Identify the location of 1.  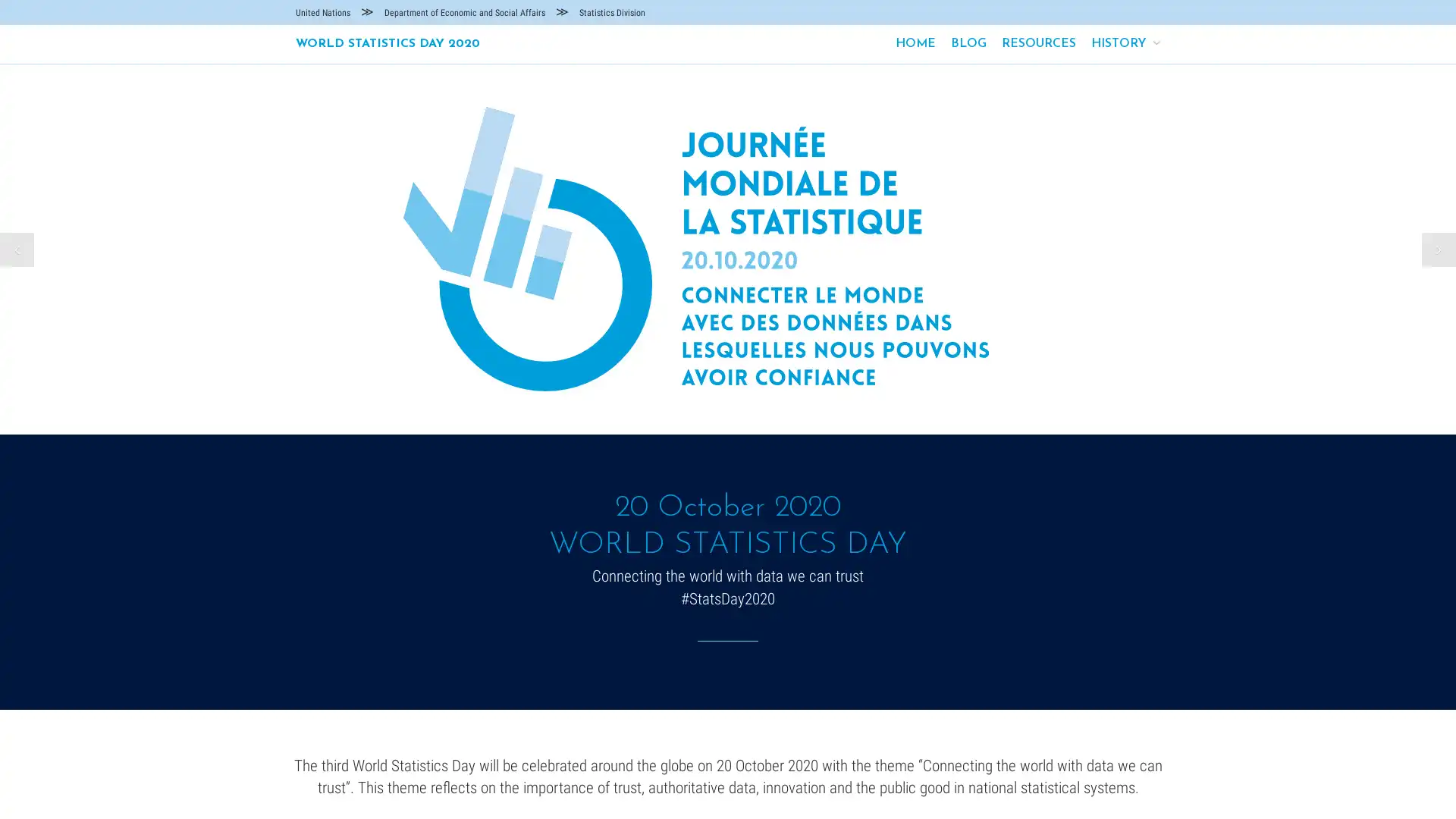
(686, 405).